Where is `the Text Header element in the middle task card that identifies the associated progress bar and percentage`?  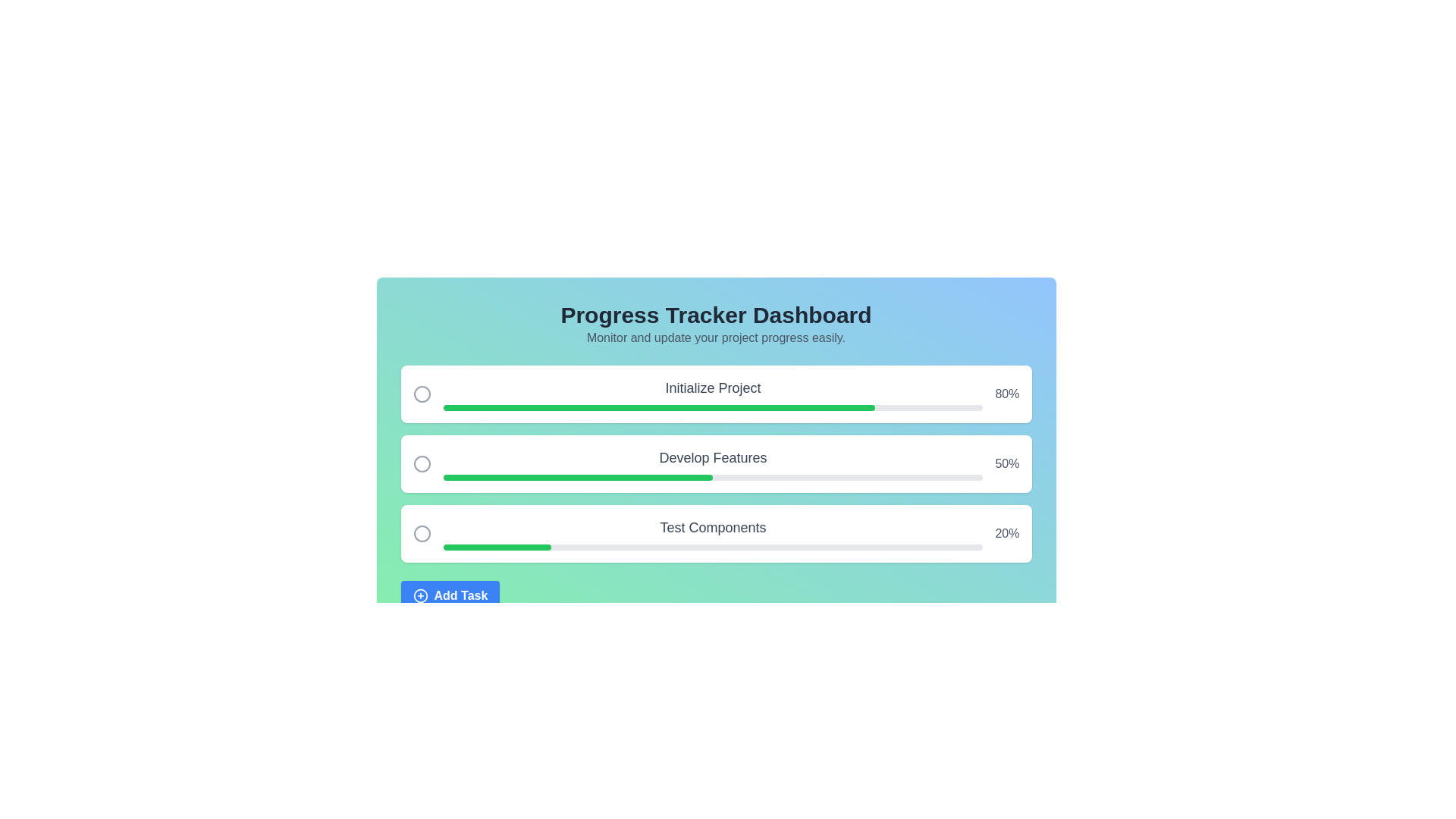 the Text Header element in the middle task card that identifies the associated progress bar and percentage is located at coordinates (712, 463).